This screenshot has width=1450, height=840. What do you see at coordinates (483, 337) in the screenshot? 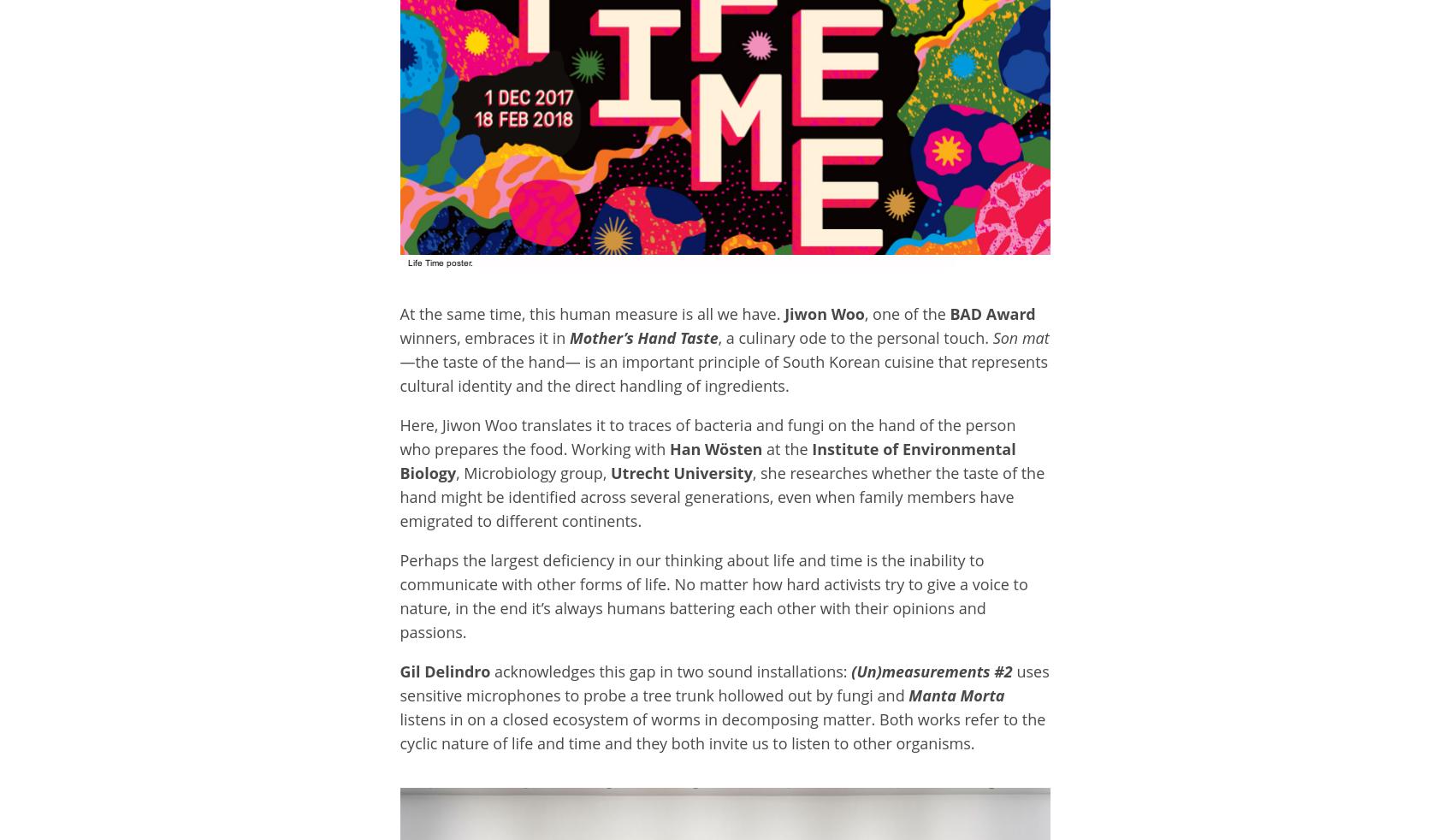
I see `'winners, embraces it in'` at bounding box center [483, 337].